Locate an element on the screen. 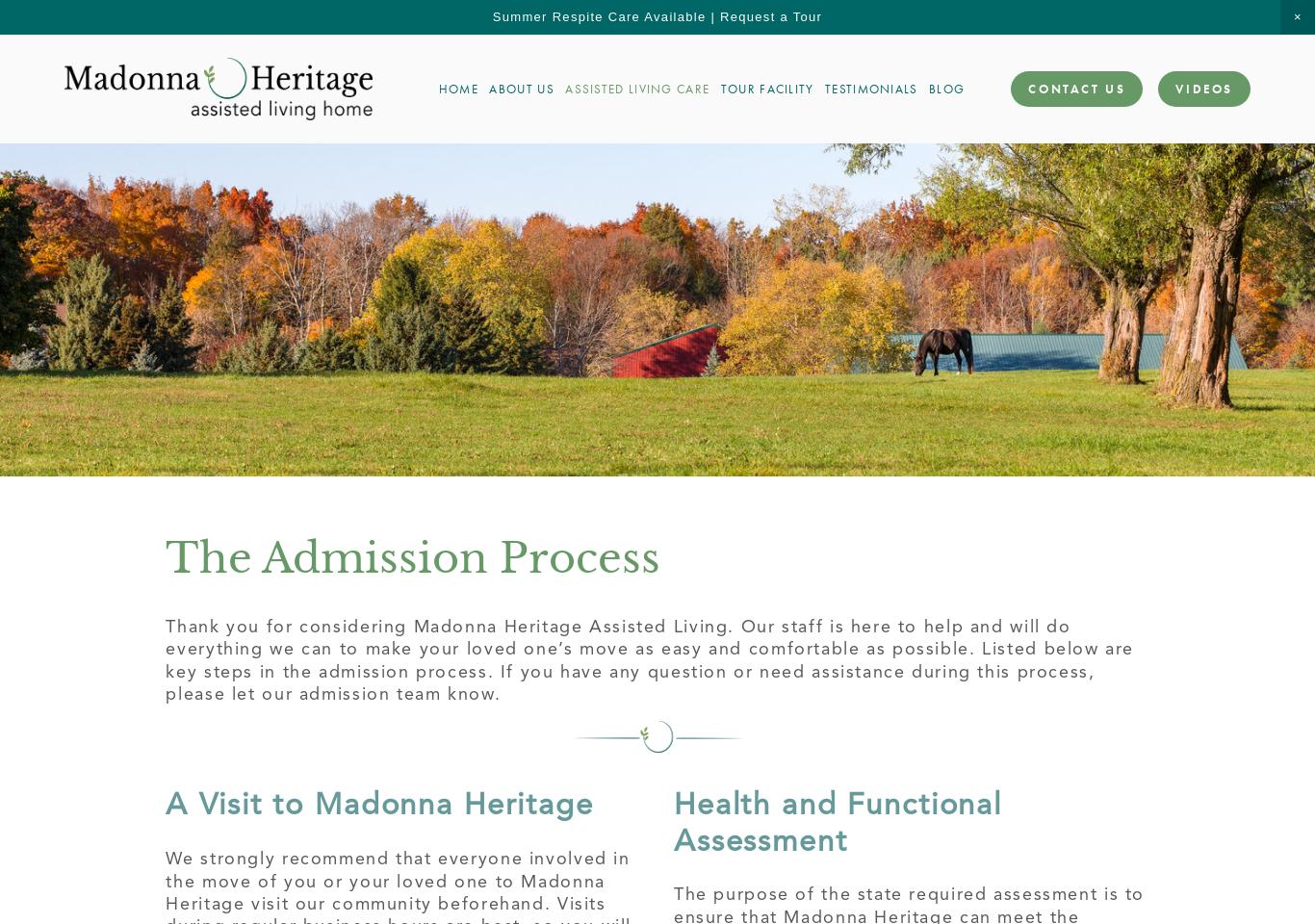 Image resolution: width=1315 pixels, height=924 pixels. 'About Us' is located at coordinates (521, 89).